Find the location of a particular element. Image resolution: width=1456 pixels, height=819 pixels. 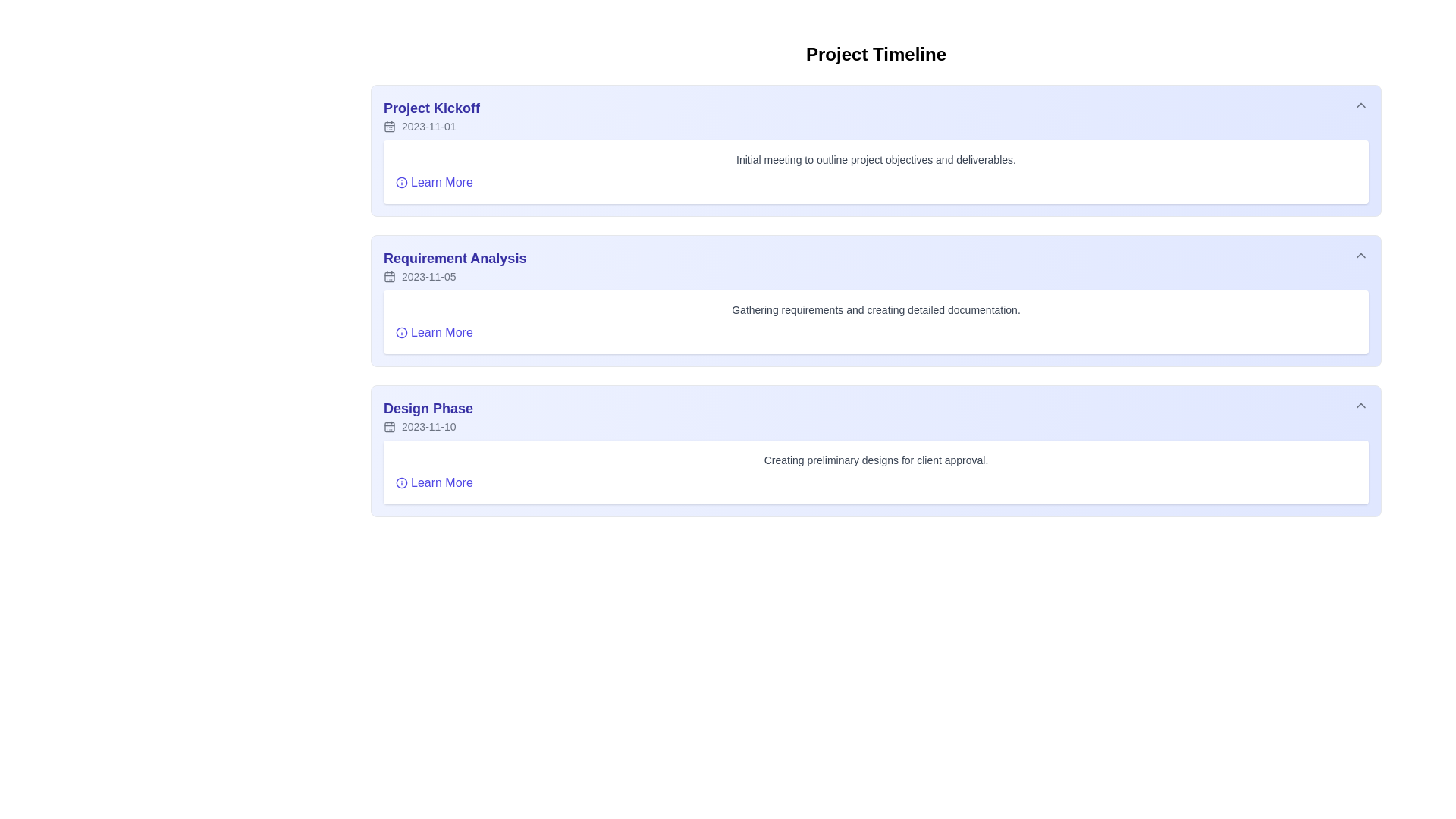

the third rectangular part of the calendar icon located in the 'Design Phase' section of the displayed timeline is located at coordinates (389, 427).